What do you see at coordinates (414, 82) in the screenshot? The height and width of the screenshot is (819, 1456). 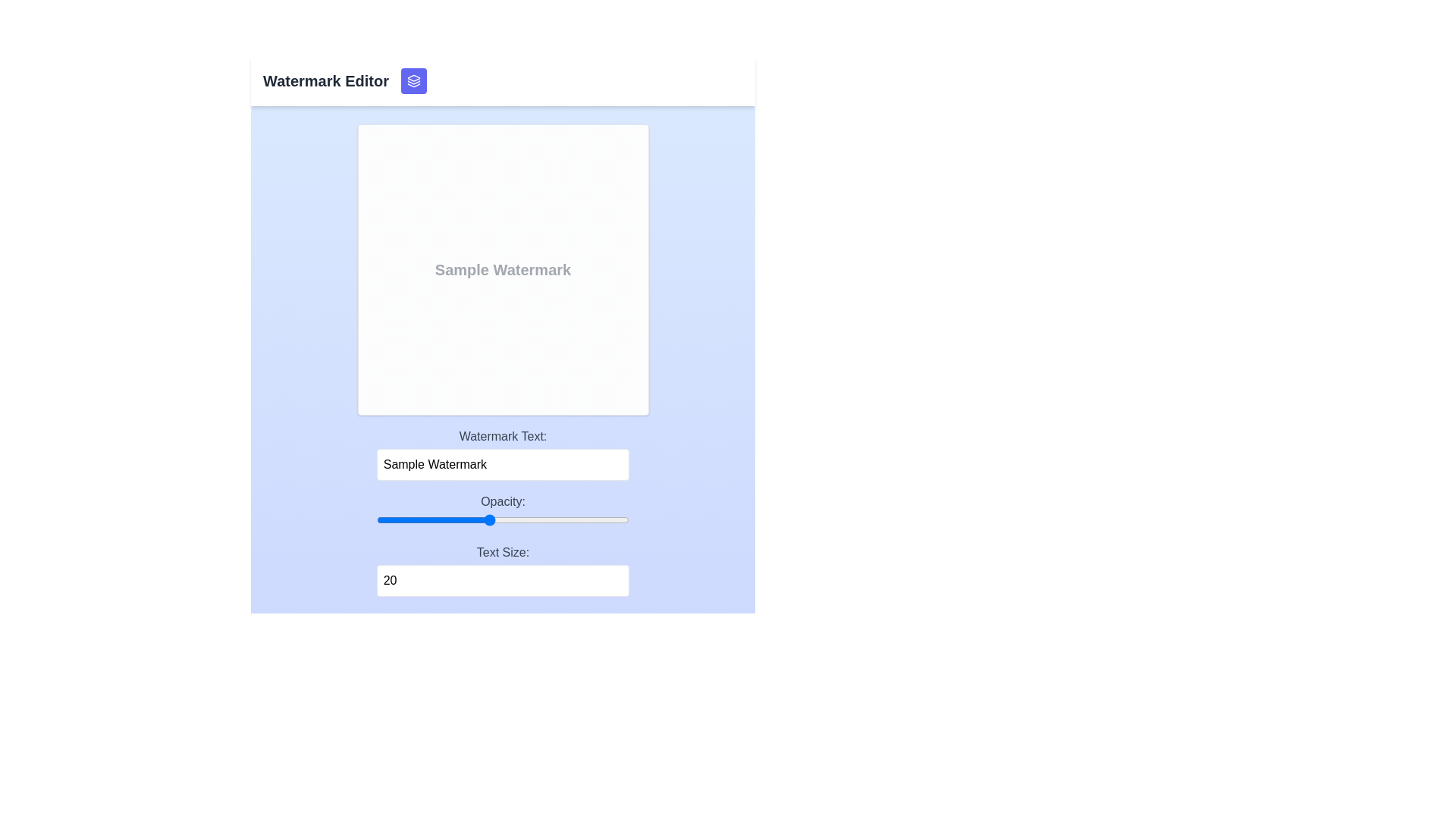 I see `the middle icon shape representing layered objects in the Watermark Editor, located in the top-right corner` at bounding box center [414, 82].